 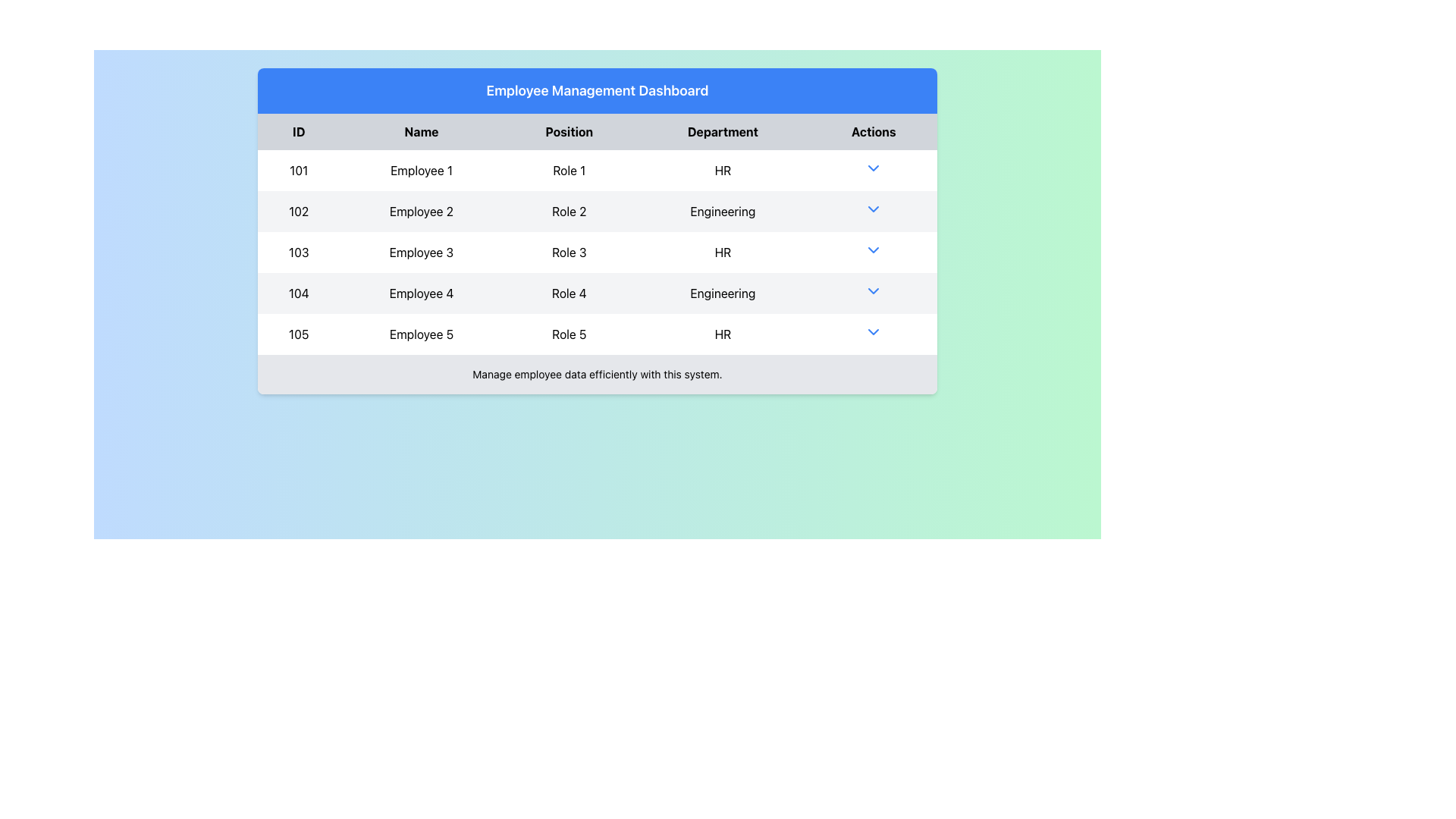 I want to click on the 'Name' column header in the table, which is the second header following 'ID' and preceding 'Position', so click(x=422, y=130).